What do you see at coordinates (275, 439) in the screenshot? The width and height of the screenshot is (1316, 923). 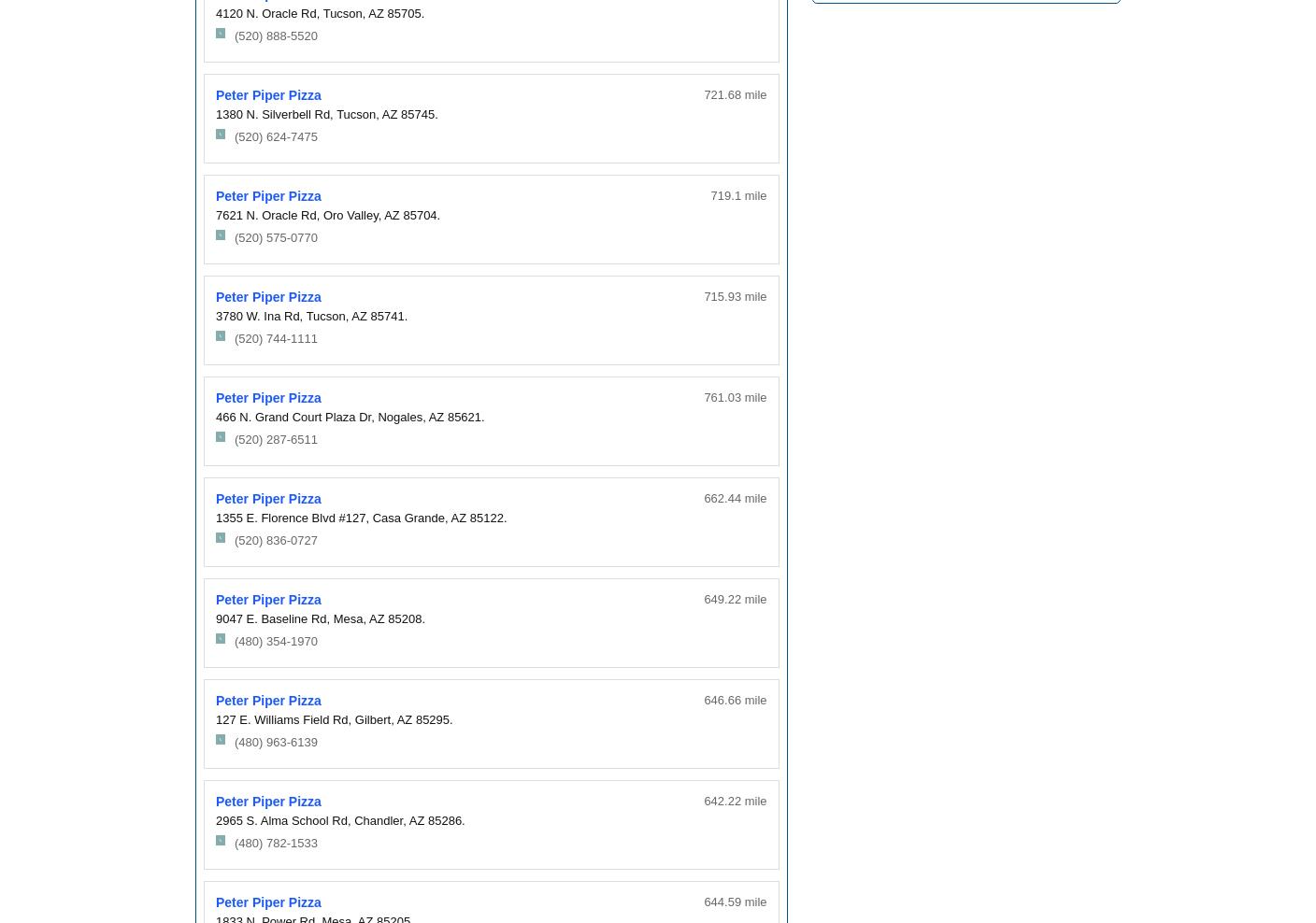 I see `'(520) 287-6511'` at bounding box center [275, 439].